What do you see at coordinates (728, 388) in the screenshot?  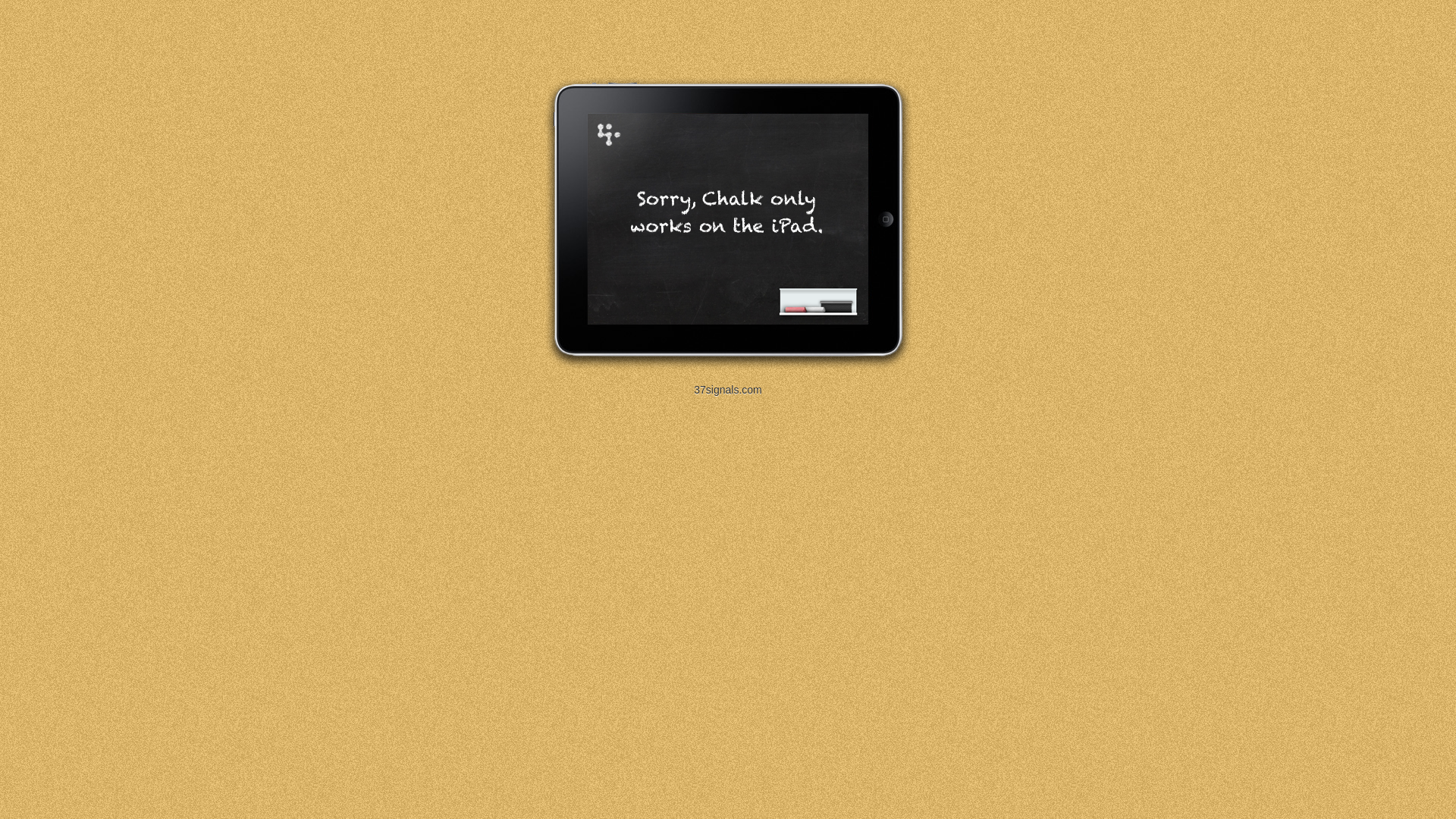 I see `'37signals.com'` at bounding box center [728, 388].